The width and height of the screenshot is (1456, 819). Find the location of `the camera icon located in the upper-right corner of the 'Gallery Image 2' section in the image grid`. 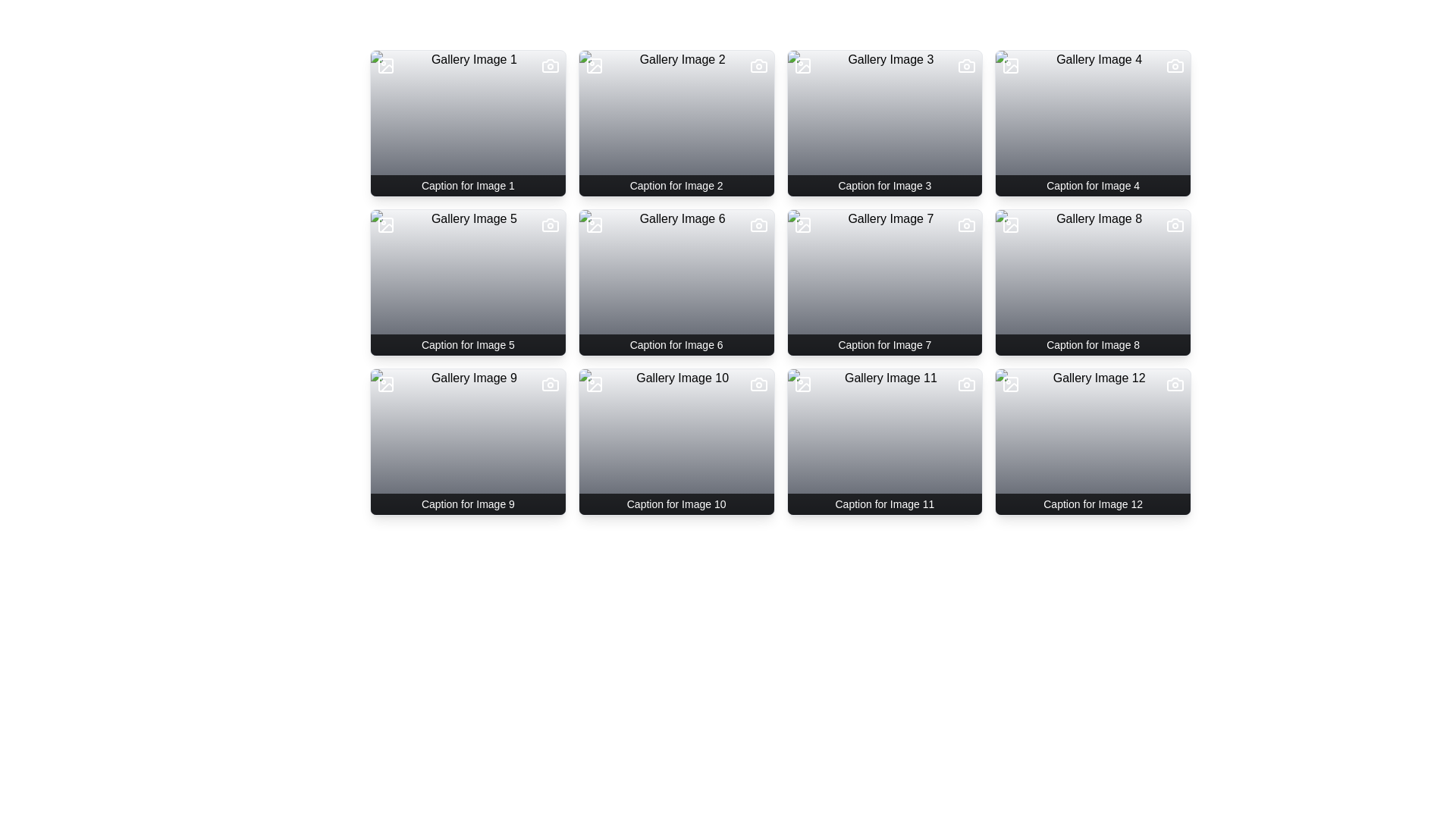

the camera icon located in the upper-right corner of the 'Gallery Image 2' section in the image grid is located at coordinates (758, 65).